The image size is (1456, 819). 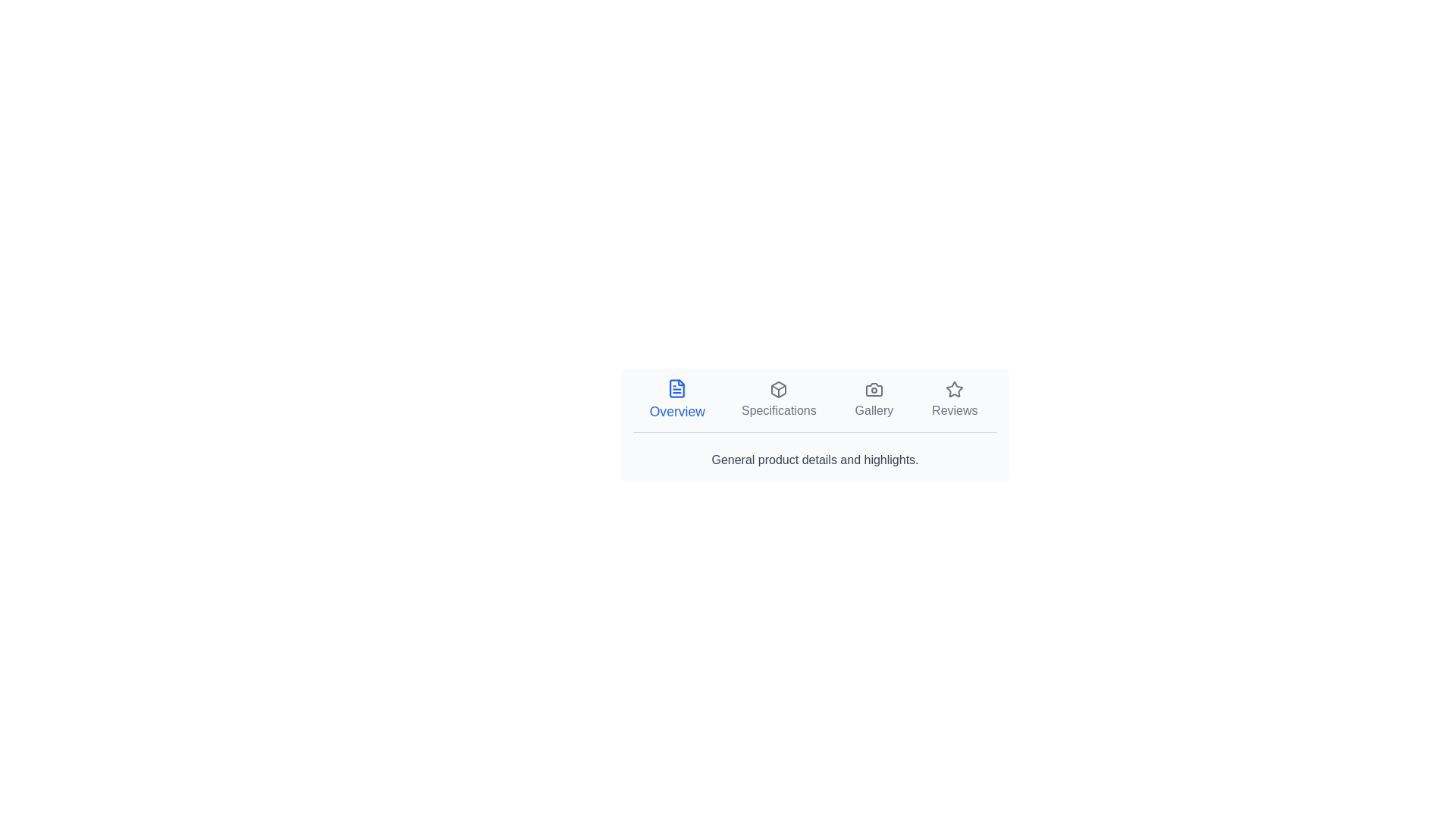 I want to click on the Overview tab, so click(x=676, y=400).